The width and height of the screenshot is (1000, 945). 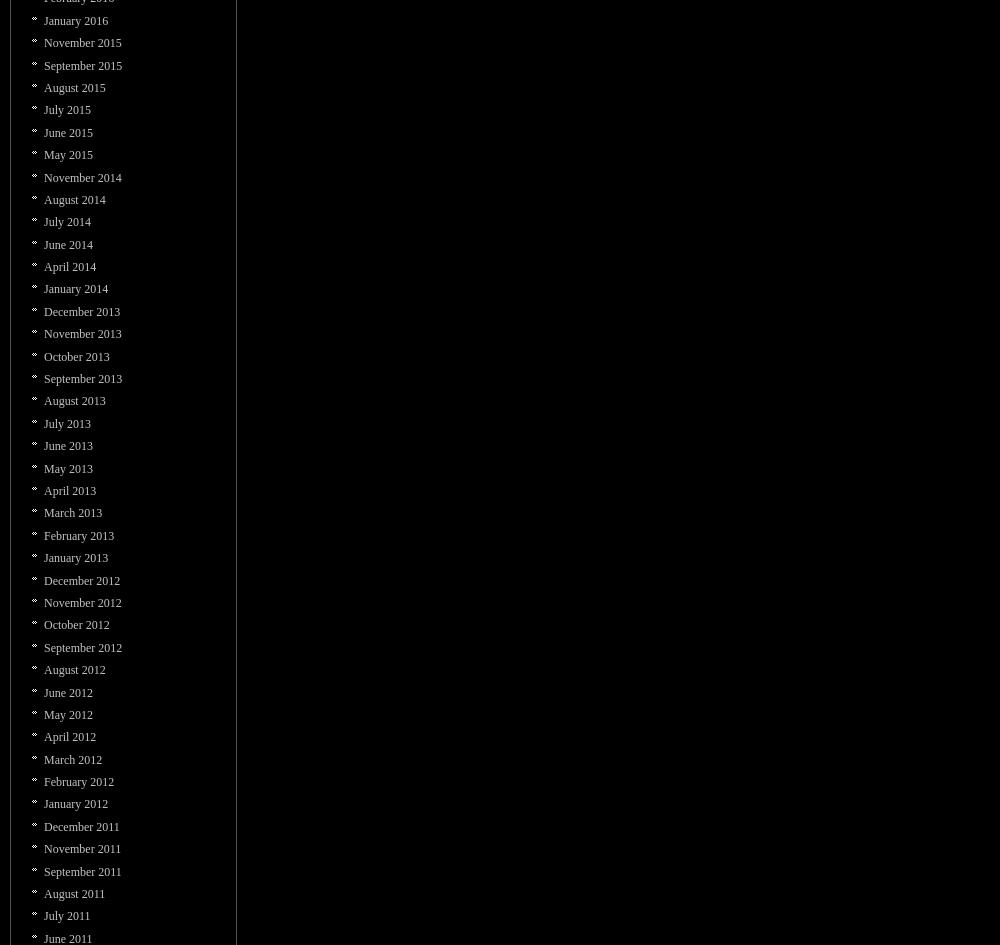 I want to click on 'January 2014', so click(x=75, y=288).